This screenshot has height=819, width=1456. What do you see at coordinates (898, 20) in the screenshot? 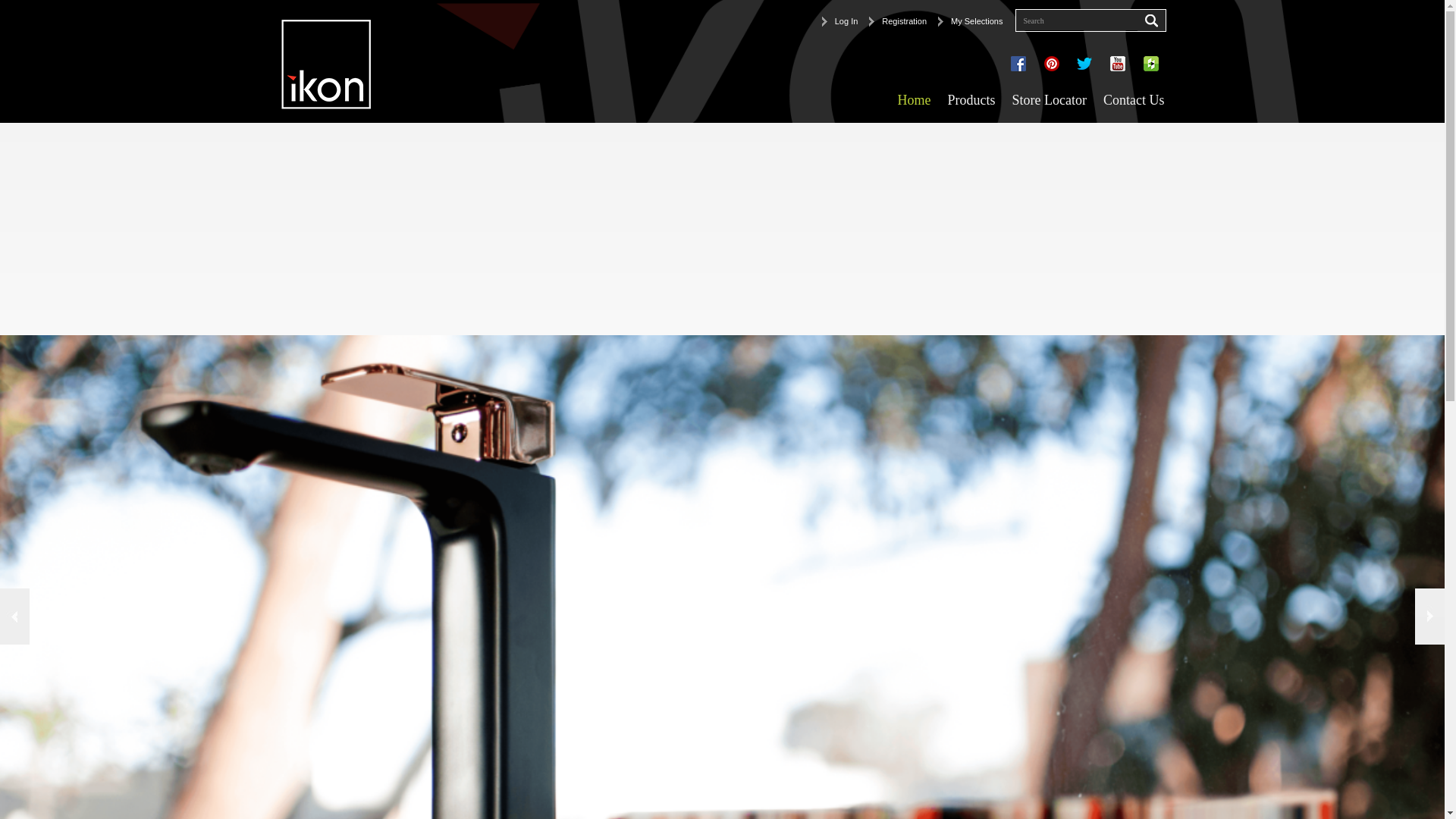
I see `'Registration'` at bounding box center [898, 20].